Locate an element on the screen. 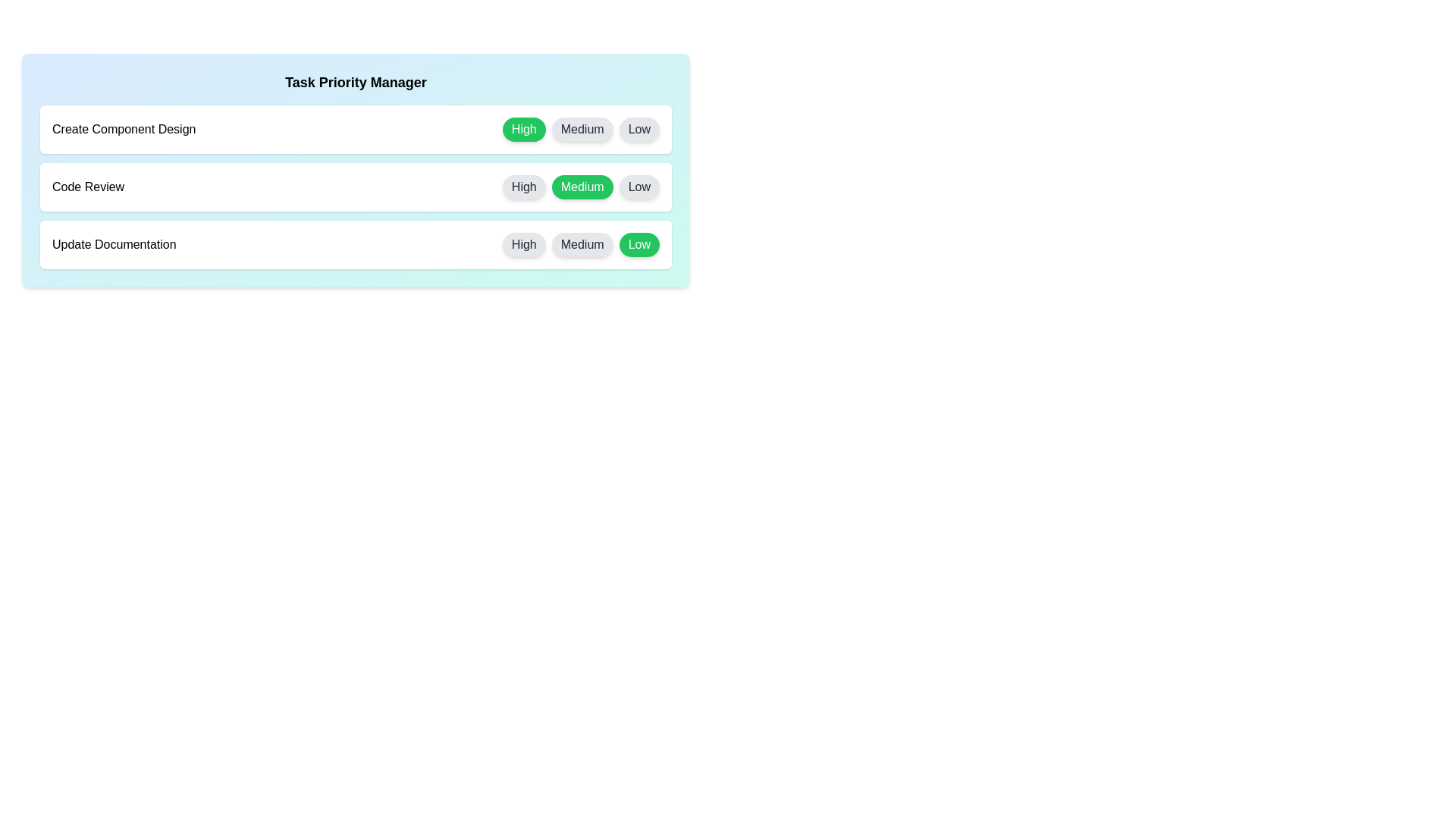 This screenshot has width=1456, height=819. the priority button labeled Low for the task Code Review is located at coordinates (639, 186).